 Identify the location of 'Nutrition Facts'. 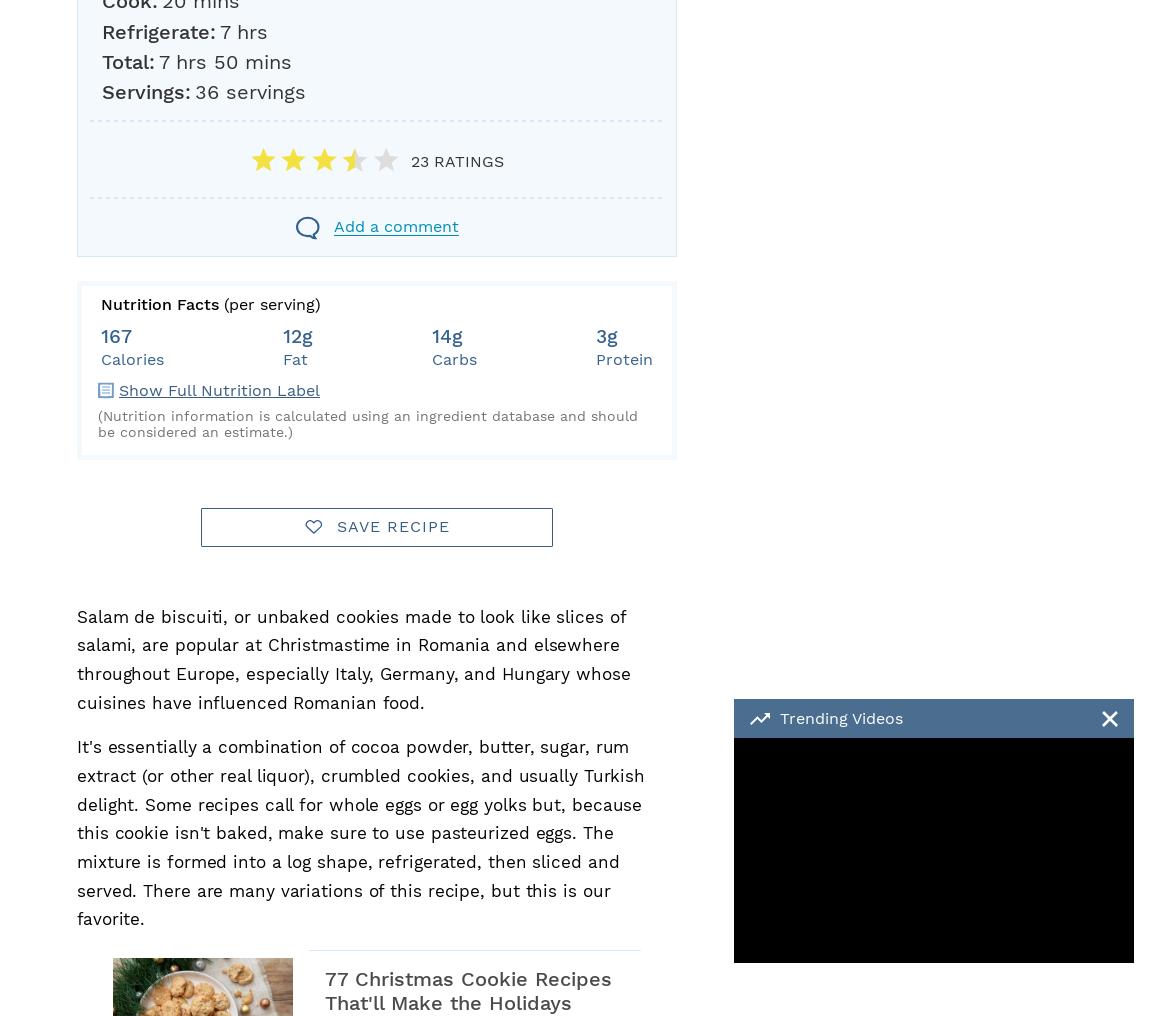
(161, 303).